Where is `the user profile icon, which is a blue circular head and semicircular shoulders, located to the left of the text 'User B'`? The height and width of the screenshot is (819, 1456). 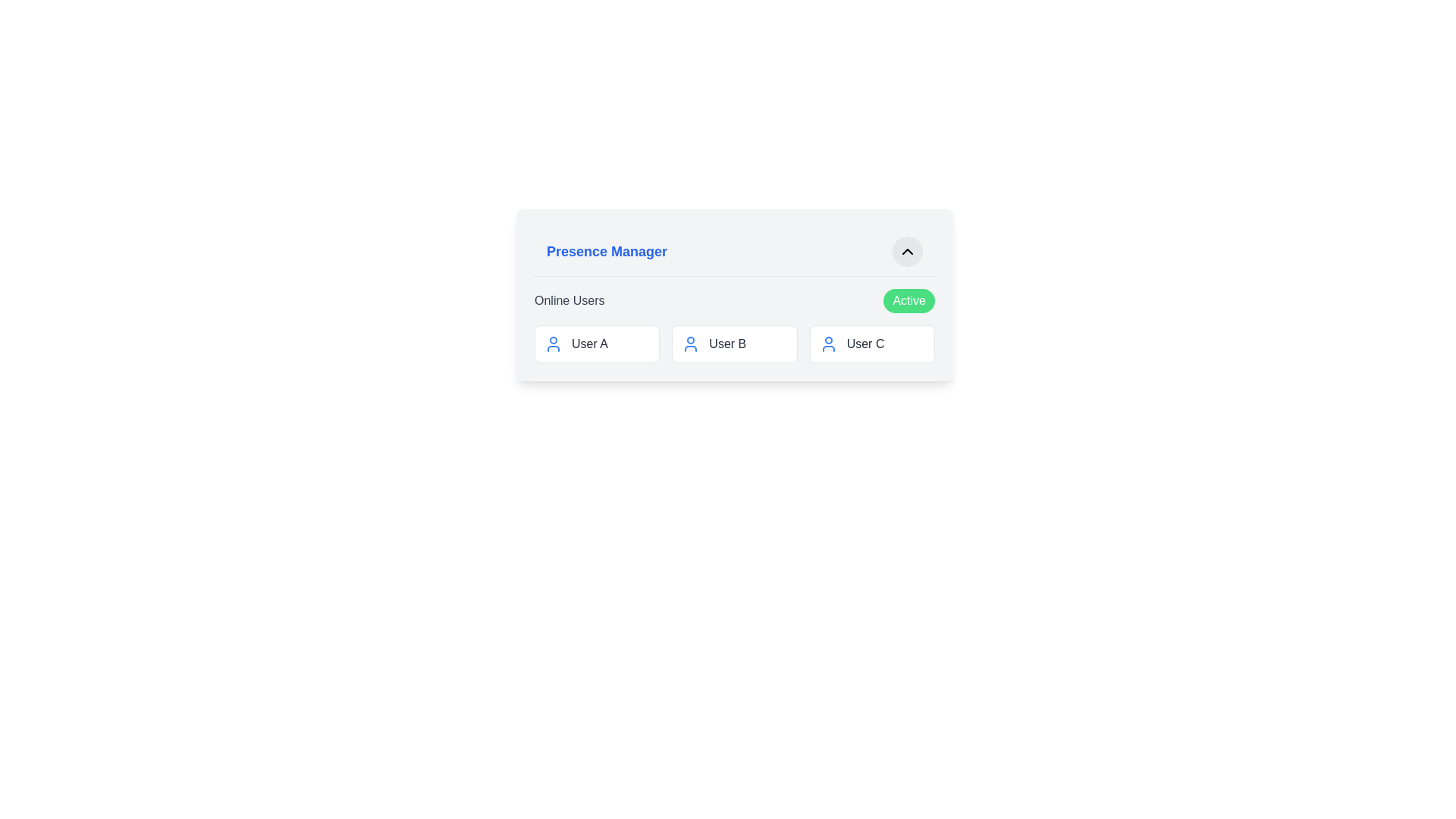
the user profile icon, which is a blue circular head and semicircular shoulders, located to the left of the text 'User B' is located at coordinates (690, 344).